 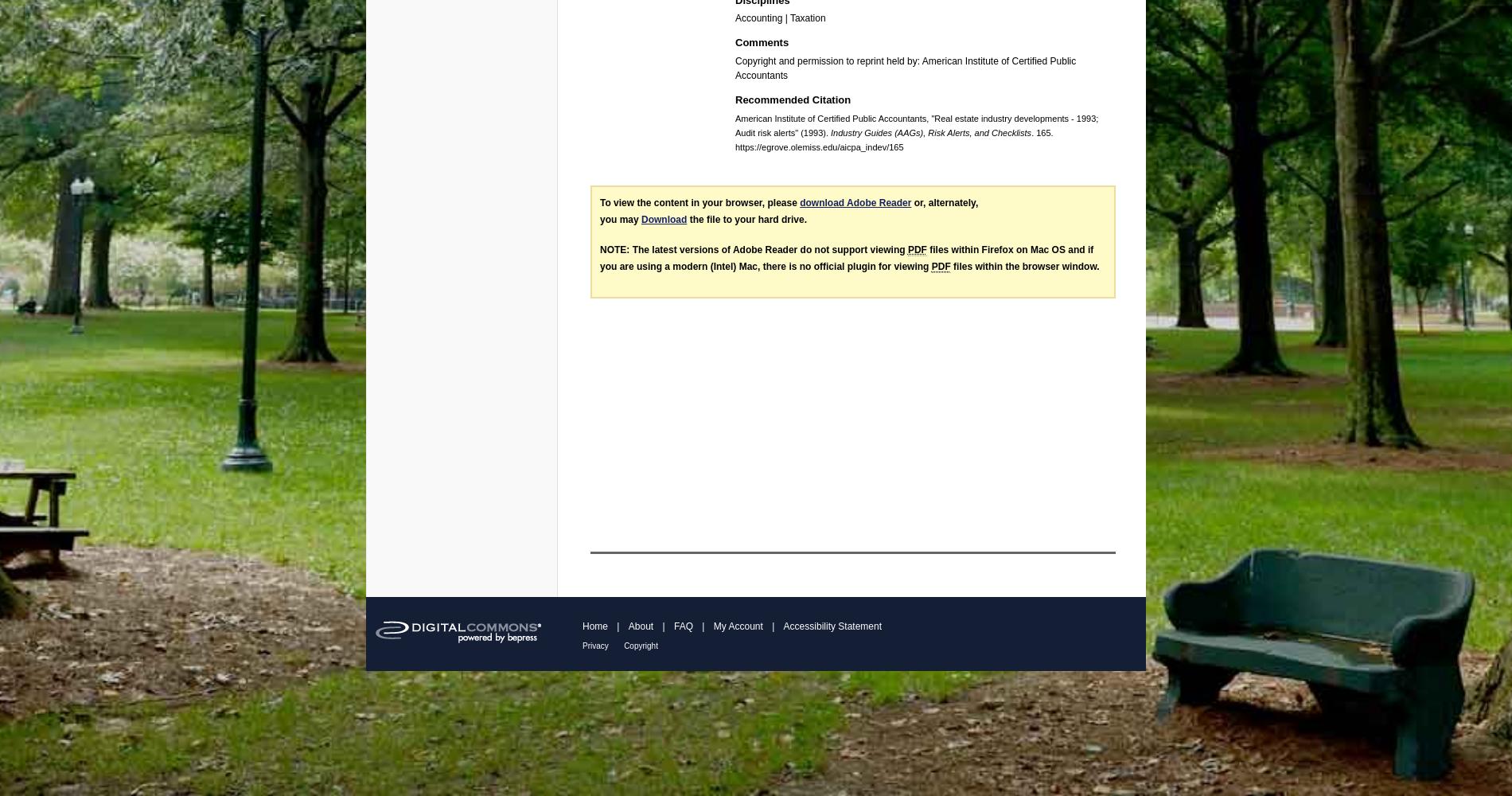 What do you see at coordinates (598, 248) in the screenshot?
I see `'NOTE: The latest versions of Adobe Reader do not support viewing'` at bounding box center [598, 248].